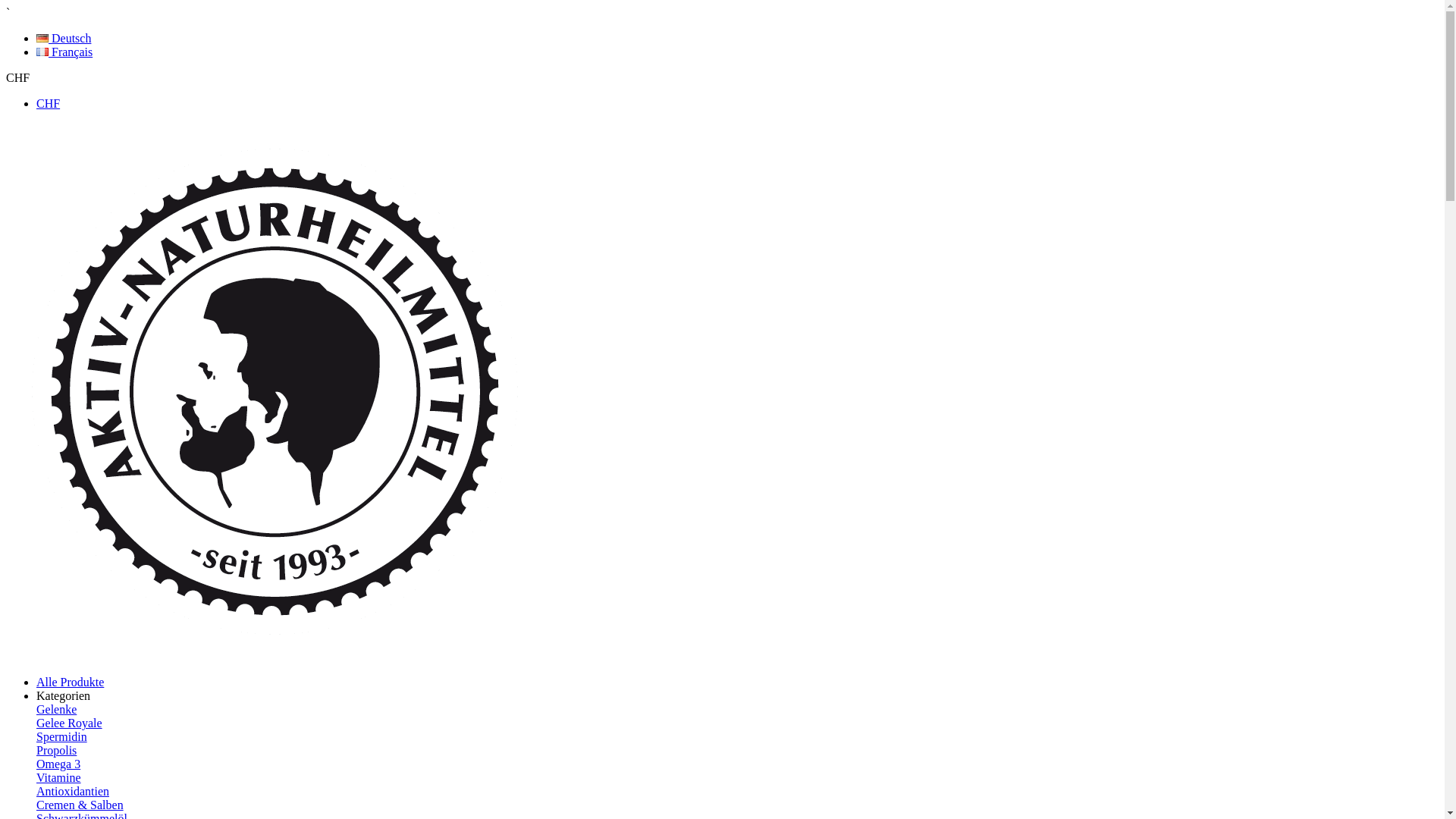  I want to click on 'Vitamine', so click(36, 777).